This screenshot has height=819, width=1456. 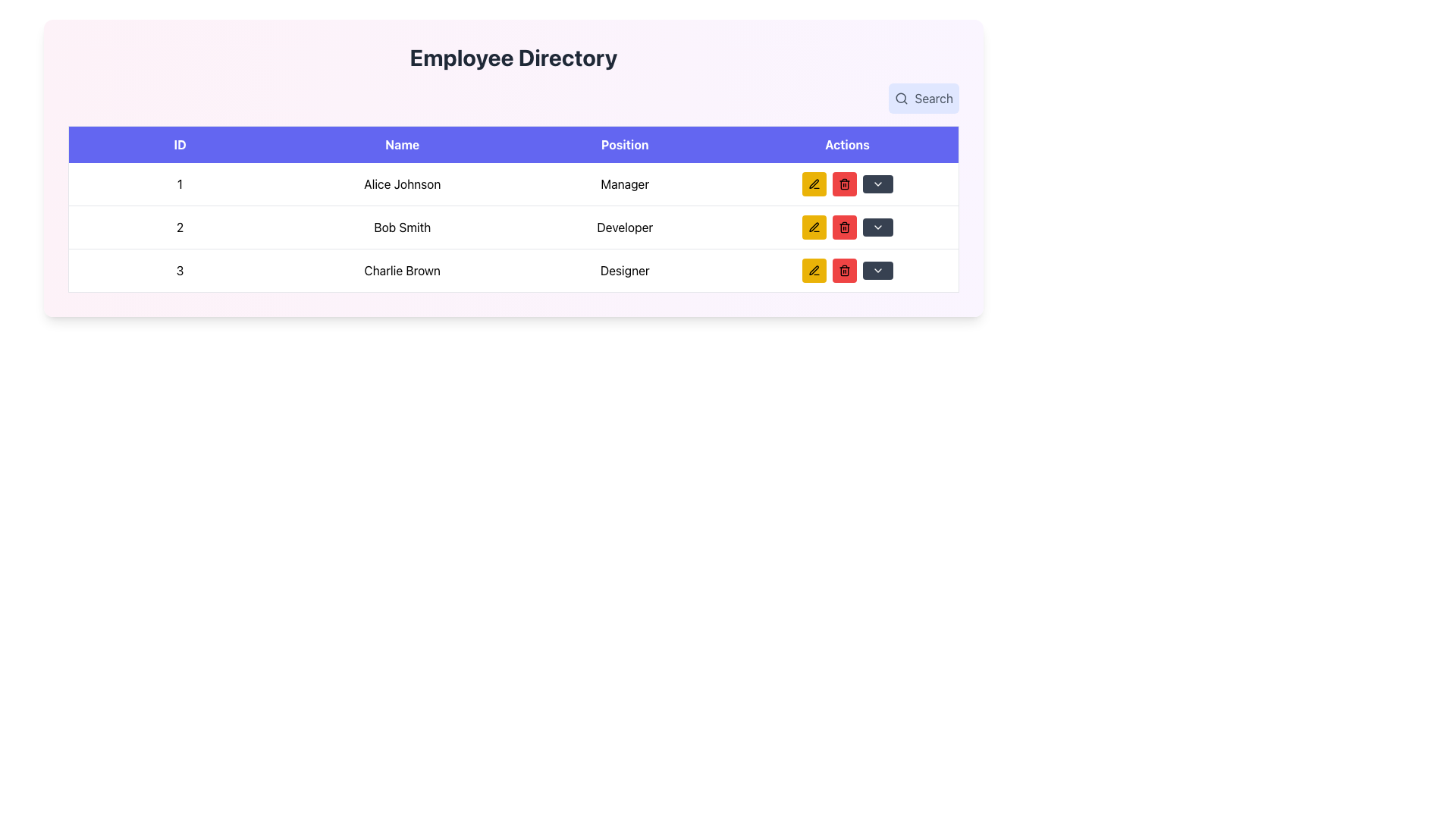 I want to click on the header text label for the ID column in the table, which is positioned in the upper-left section of the layout, above the column labeled '1', '2', '3', etc, so click(x=180, y=144).